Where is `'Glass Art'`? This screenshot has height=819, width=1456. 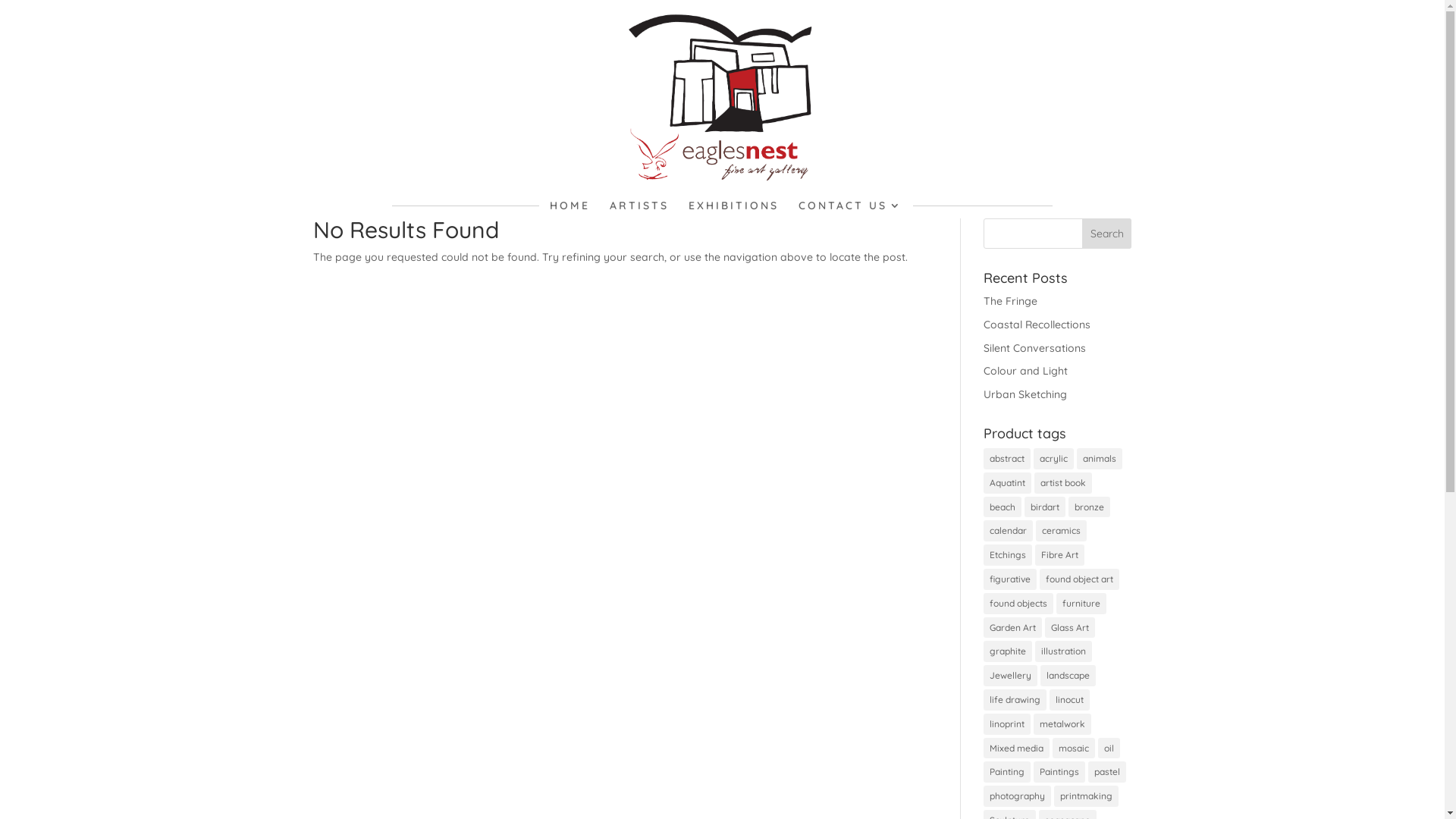
'Glass Art' is located at coordinates (1069, 628).